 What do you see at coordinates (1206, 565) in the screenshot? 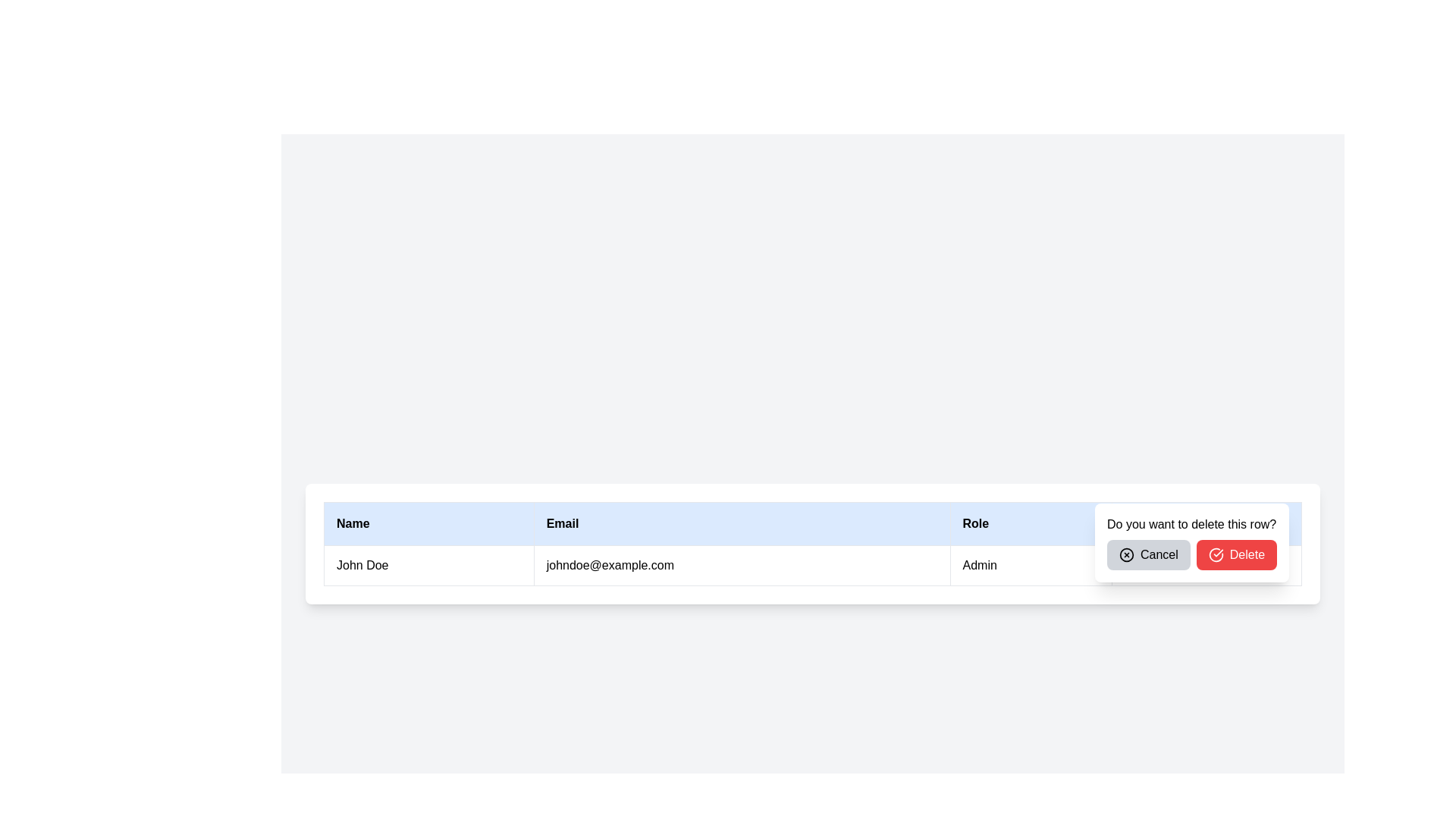
I see `the confirmation button for deleting a row in the table, located below the prompt text 'Do you want to delete this row?' and to the right of the 'Cancel' button` at bounding box center [1206, 565].